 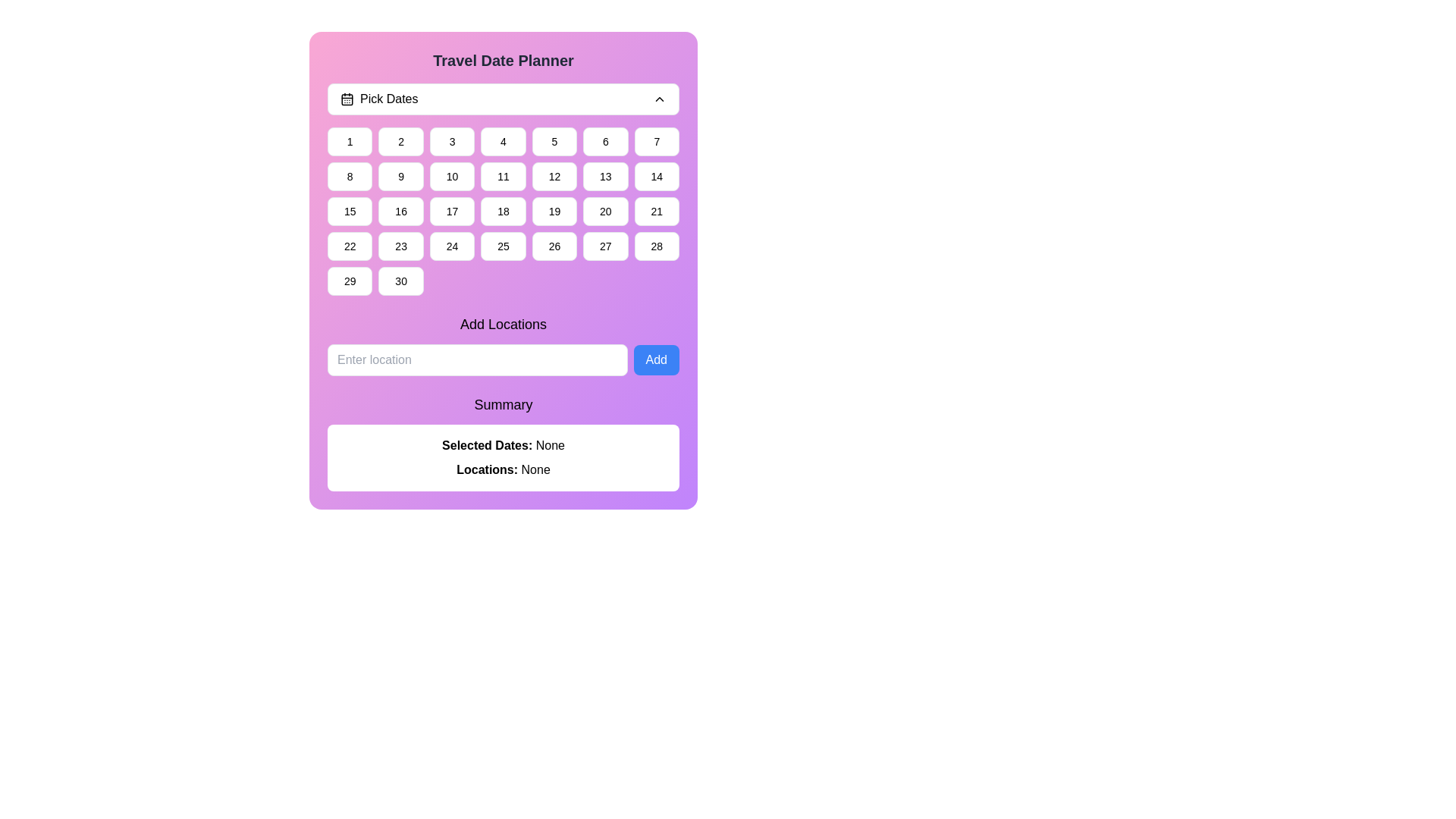 I want to click on the button displaying '21' with a white background and rounded corners, so click(x=657, y=211).